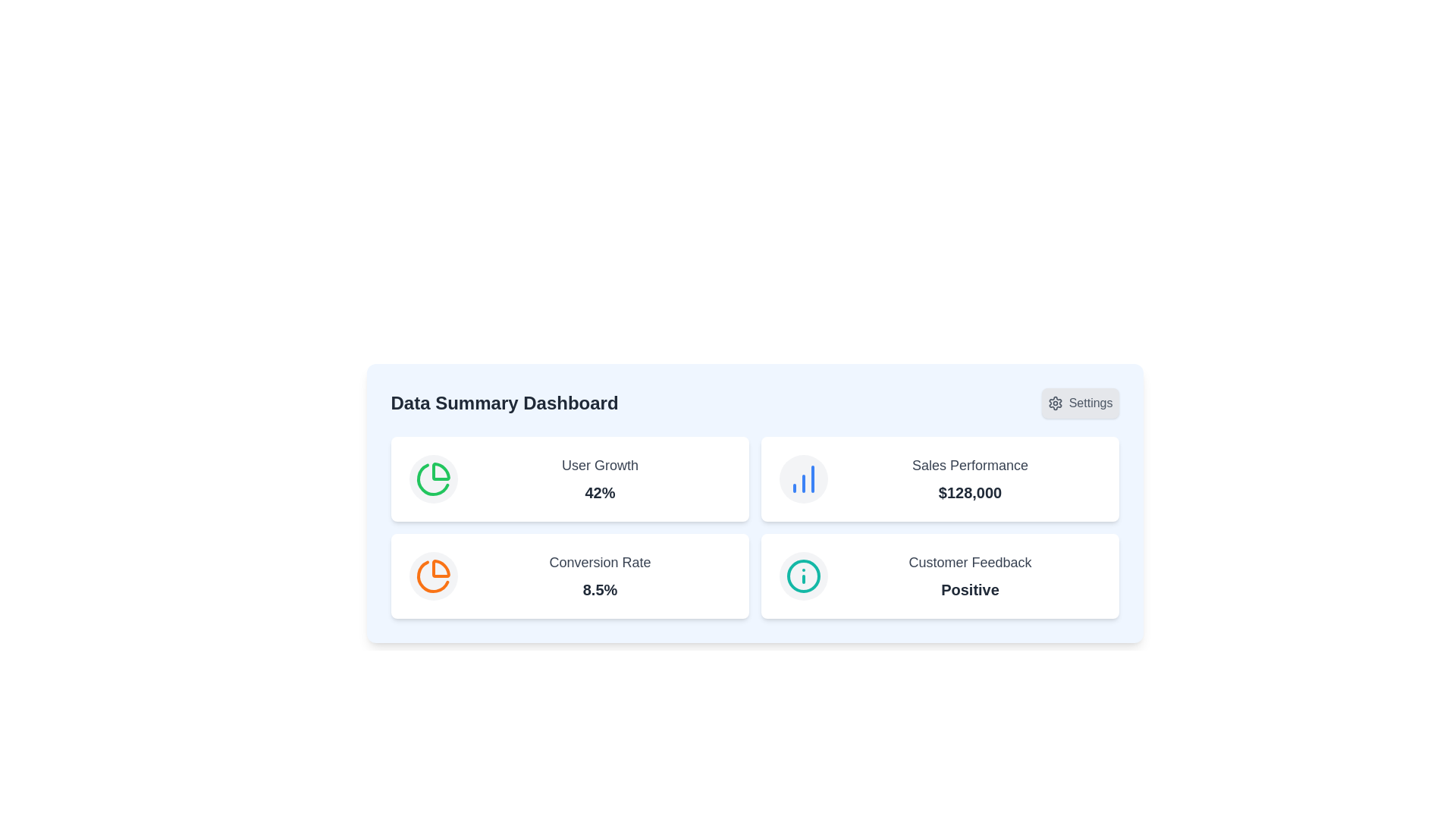 This screenshot has height=819, width=1456. I want to click on the 'Settings' icon located at the top-right corner of the dashboard, so click(1054, 403).